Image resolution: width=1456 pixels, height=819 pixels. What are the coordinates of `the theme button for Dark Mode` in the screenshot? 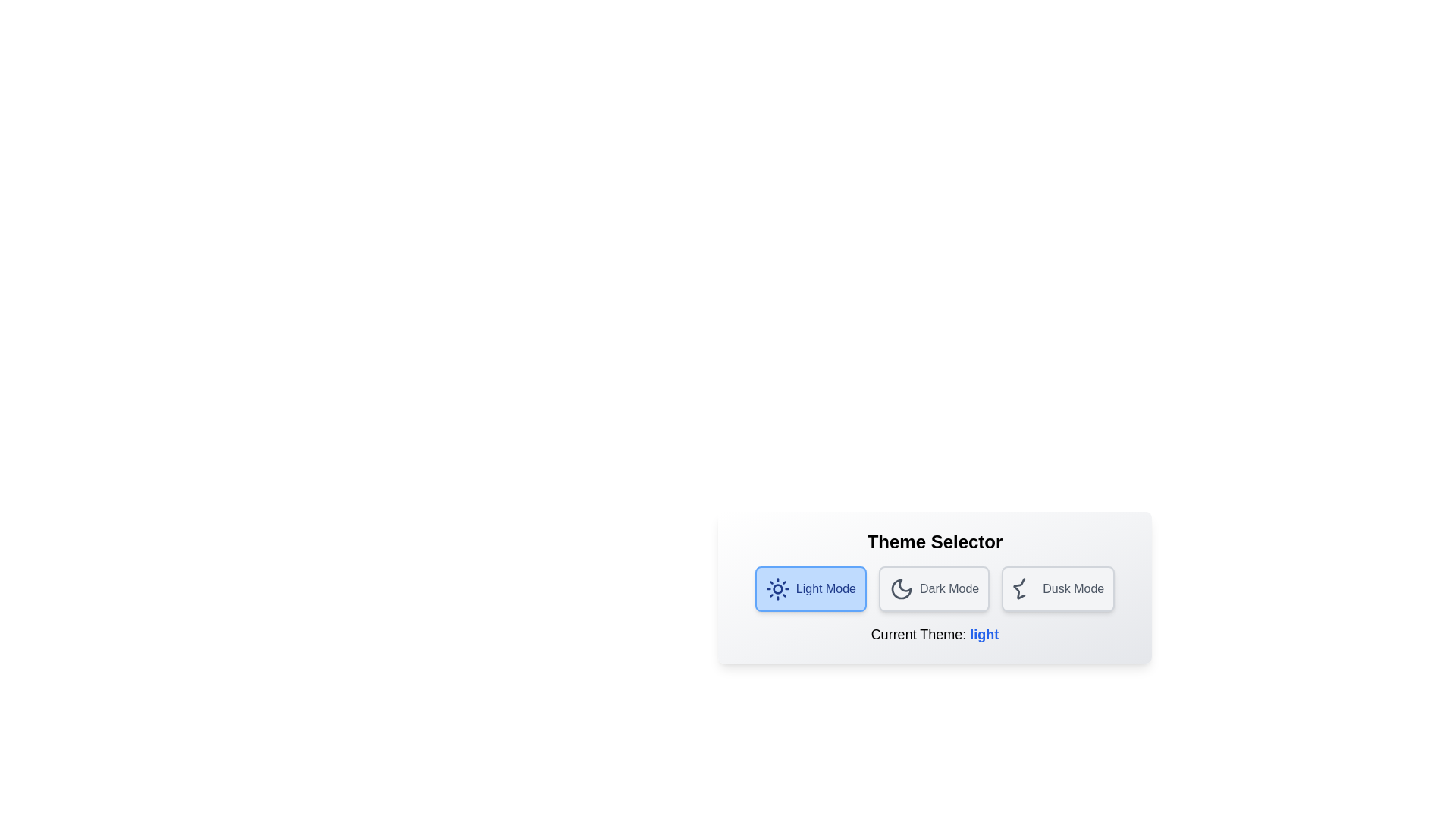 It's located at (934, 588).